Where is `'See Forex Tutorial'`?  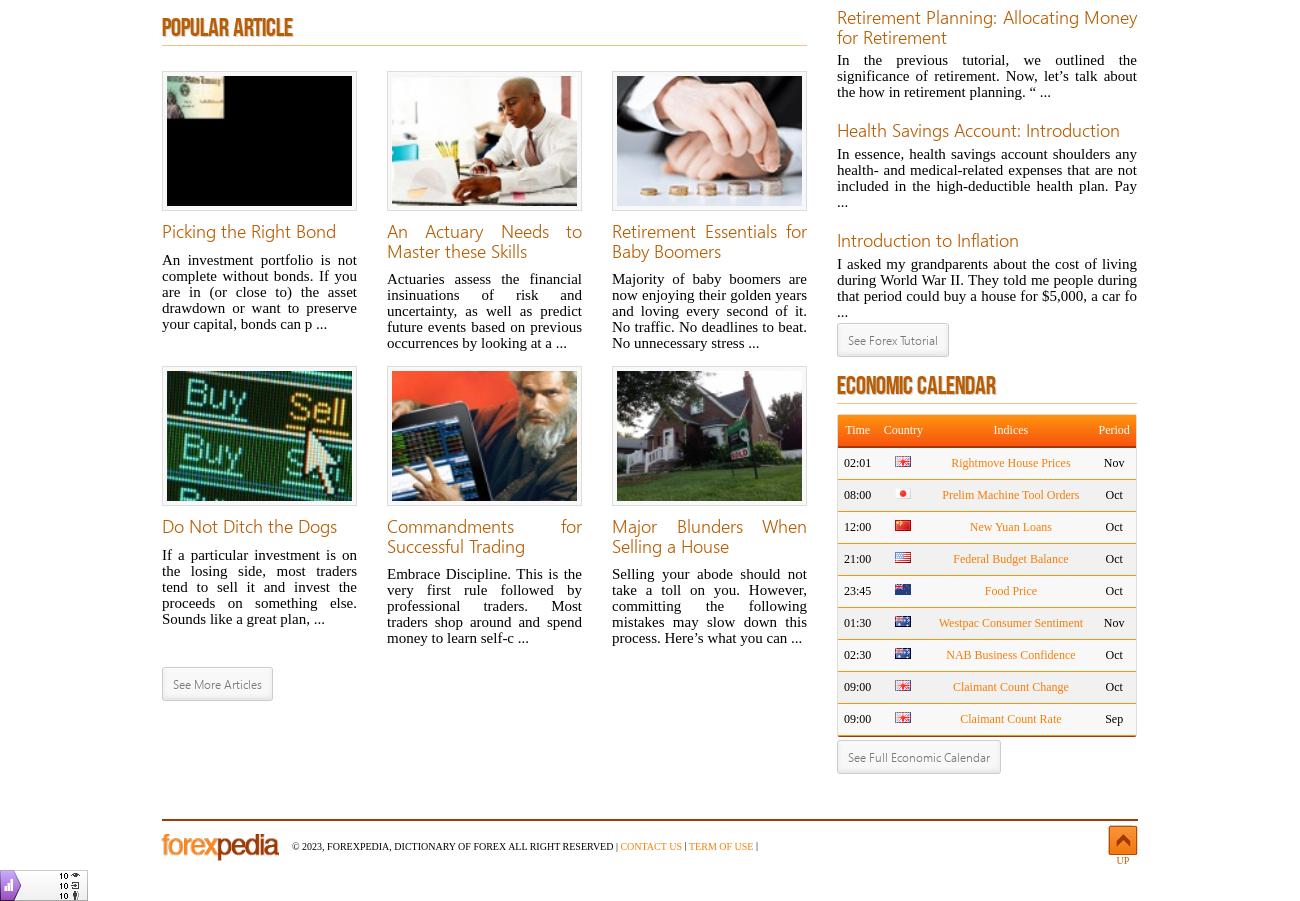
'See Forex Tutorial' is located at coordinates (847, 340).